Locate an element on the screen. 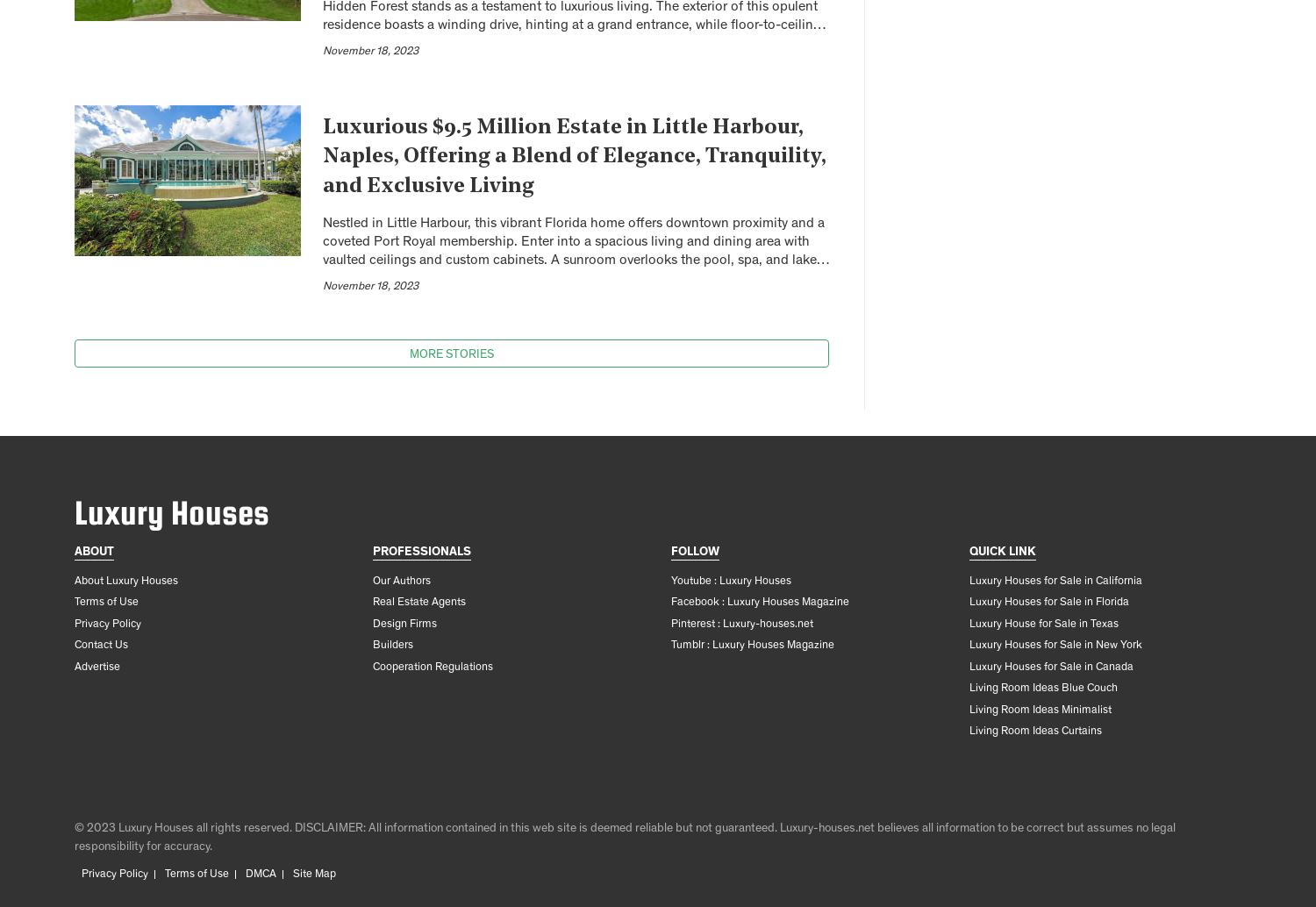  'Advertise' is located at coordinates (74, 667).